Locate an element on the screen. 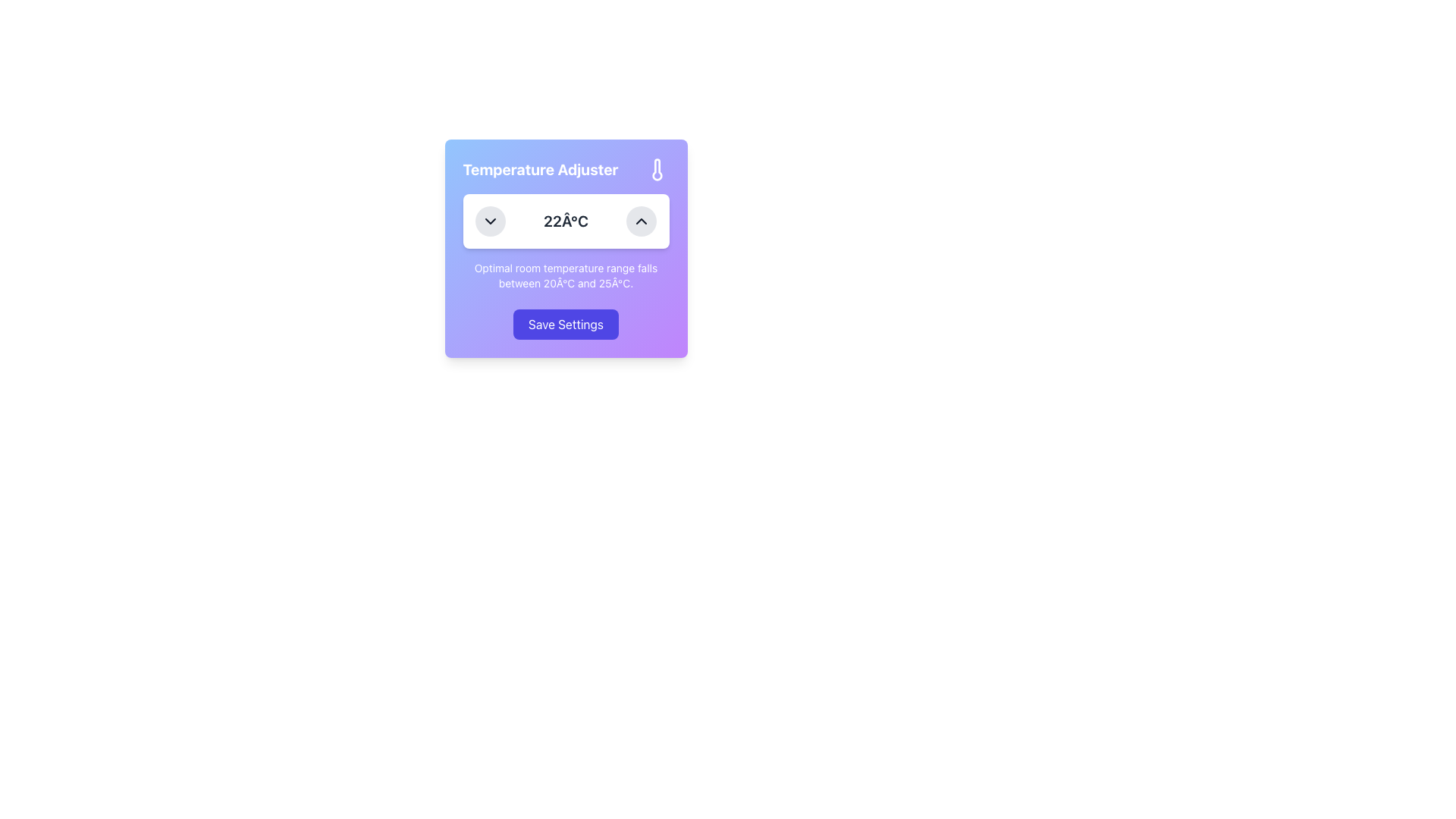 Image resolution: width=1456 pixels, height=819 pixels. the 'Save Settings' button with a purple background is located at coordinates (565, 324).